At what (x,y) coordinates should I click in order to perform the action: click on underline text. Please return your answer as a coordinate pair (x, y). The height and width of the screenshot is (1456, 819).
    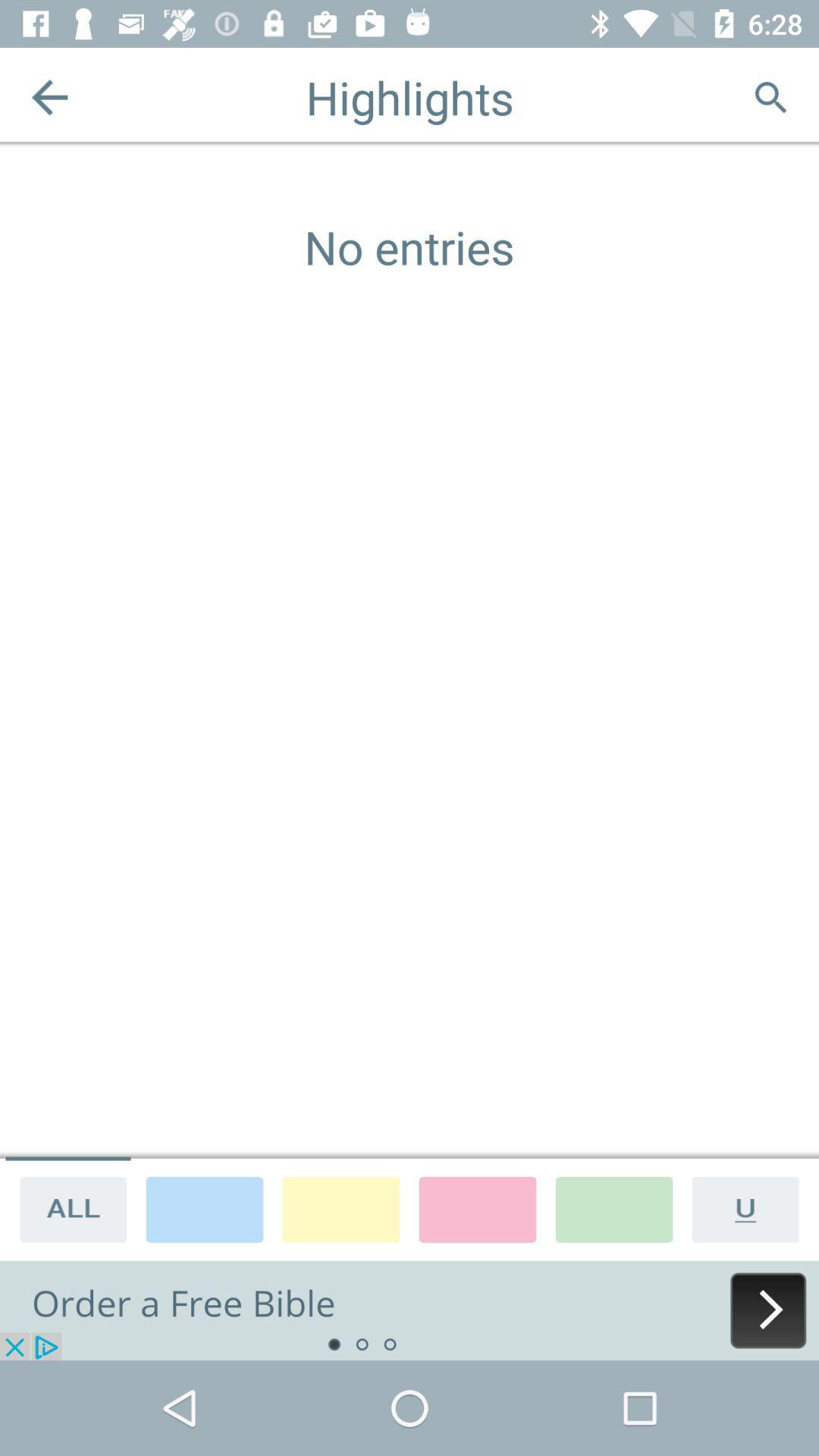
    Looking at the image, I should click on (751, 1208).